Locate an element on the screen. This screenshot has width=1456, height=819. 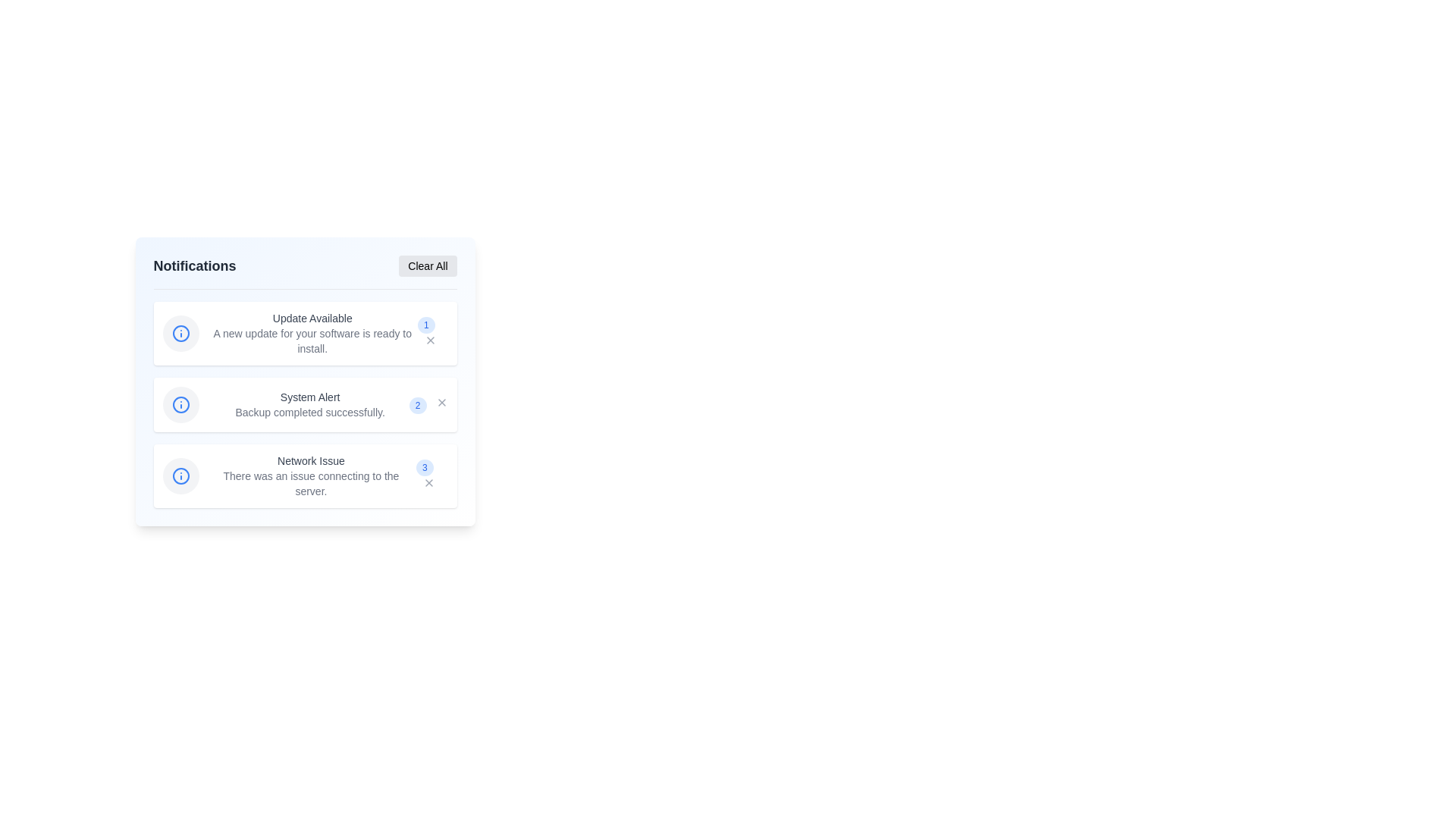
the circular gray icon with a blue informational symbol (an 'i') in the center, located in the 'System Alert' notification item, aligned with the title 'System Alert' is located at coordinates (180, 403).